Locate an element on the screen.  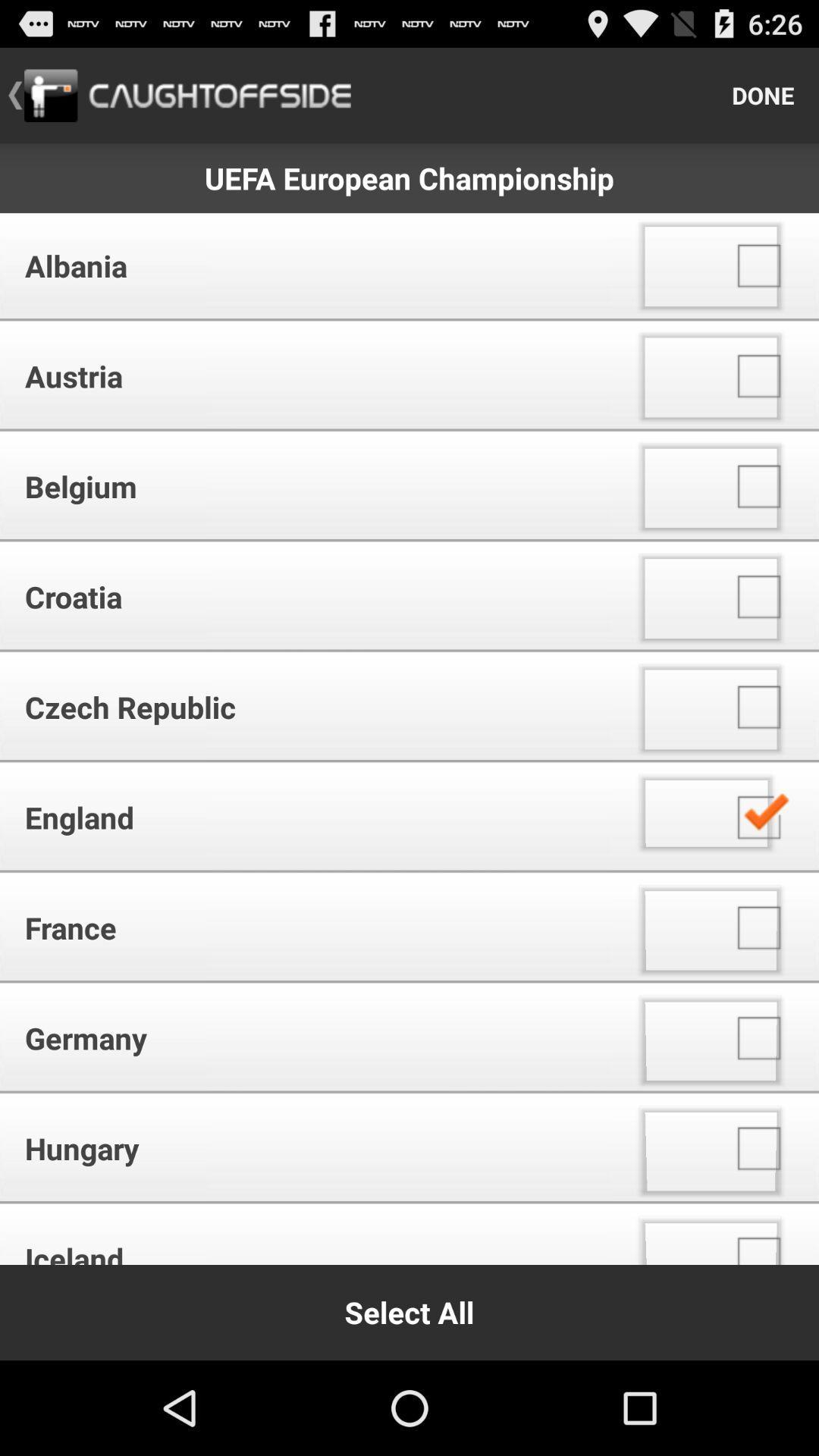
icon below england item is located at coordinates (310, 927).